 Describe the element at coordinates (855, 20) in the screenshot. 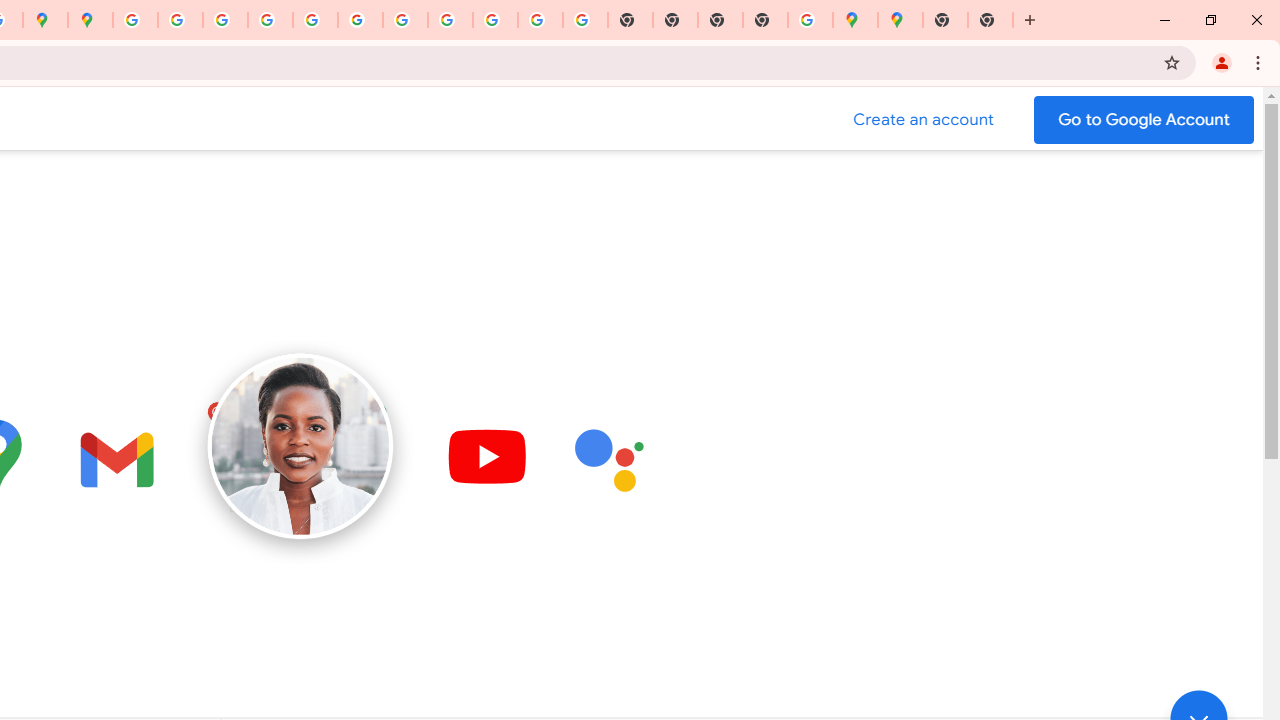

I see `'Google Maps'` at that location.